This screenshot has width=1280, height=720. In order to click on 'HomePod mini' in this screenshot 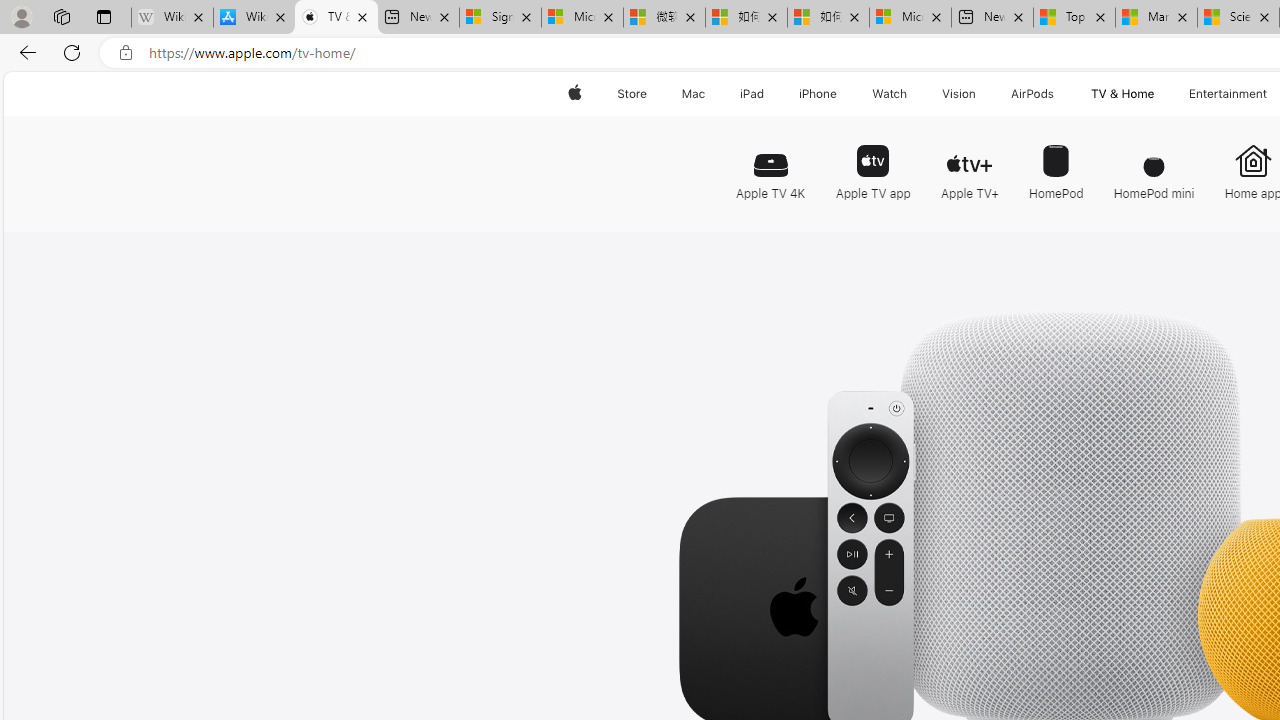, I will do `click(1154, 163)`.